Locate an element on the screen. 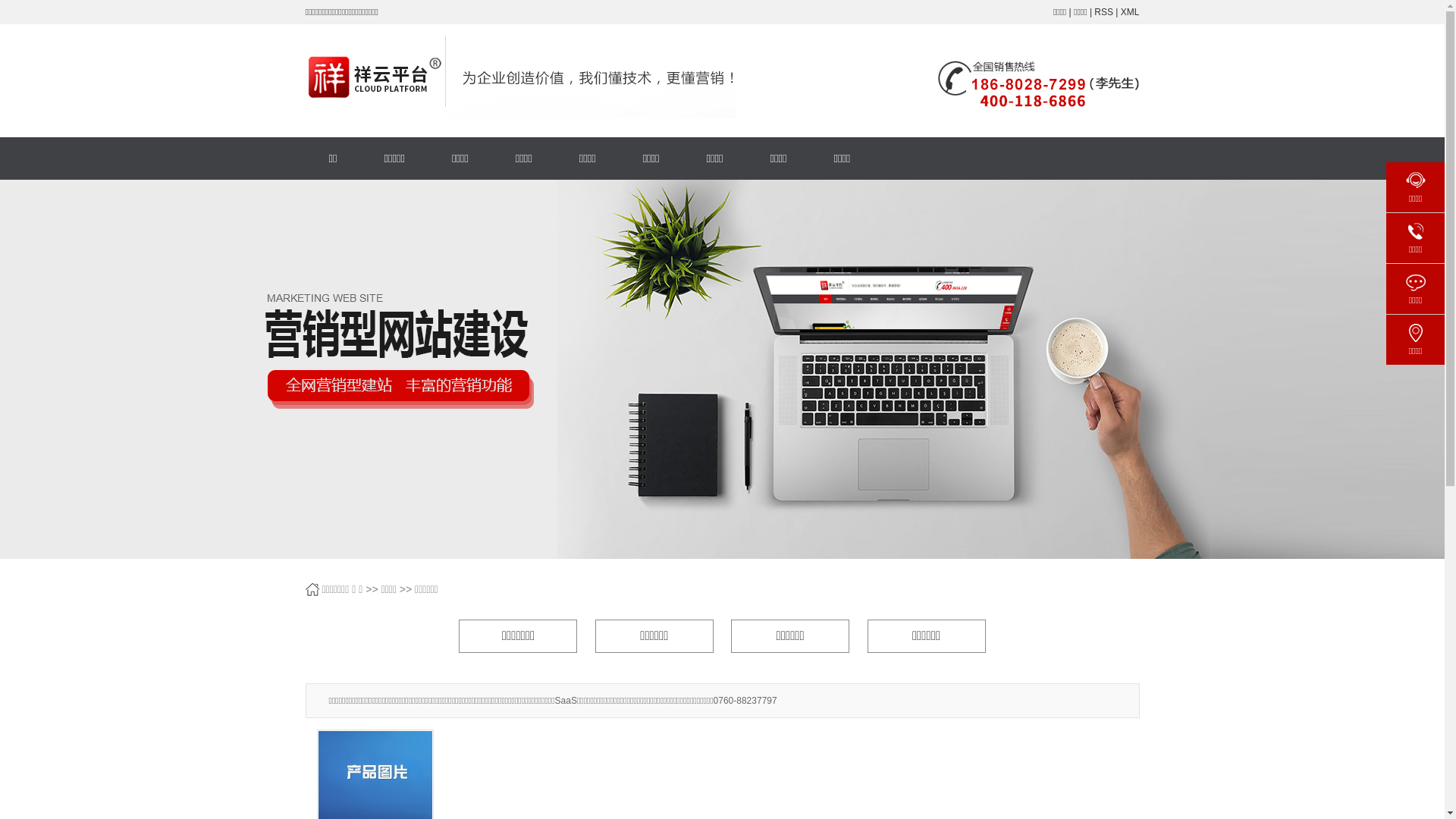 The width and height of the screenshot is (1456, 819). 'RSS' is located at coordinates (1103, 11).